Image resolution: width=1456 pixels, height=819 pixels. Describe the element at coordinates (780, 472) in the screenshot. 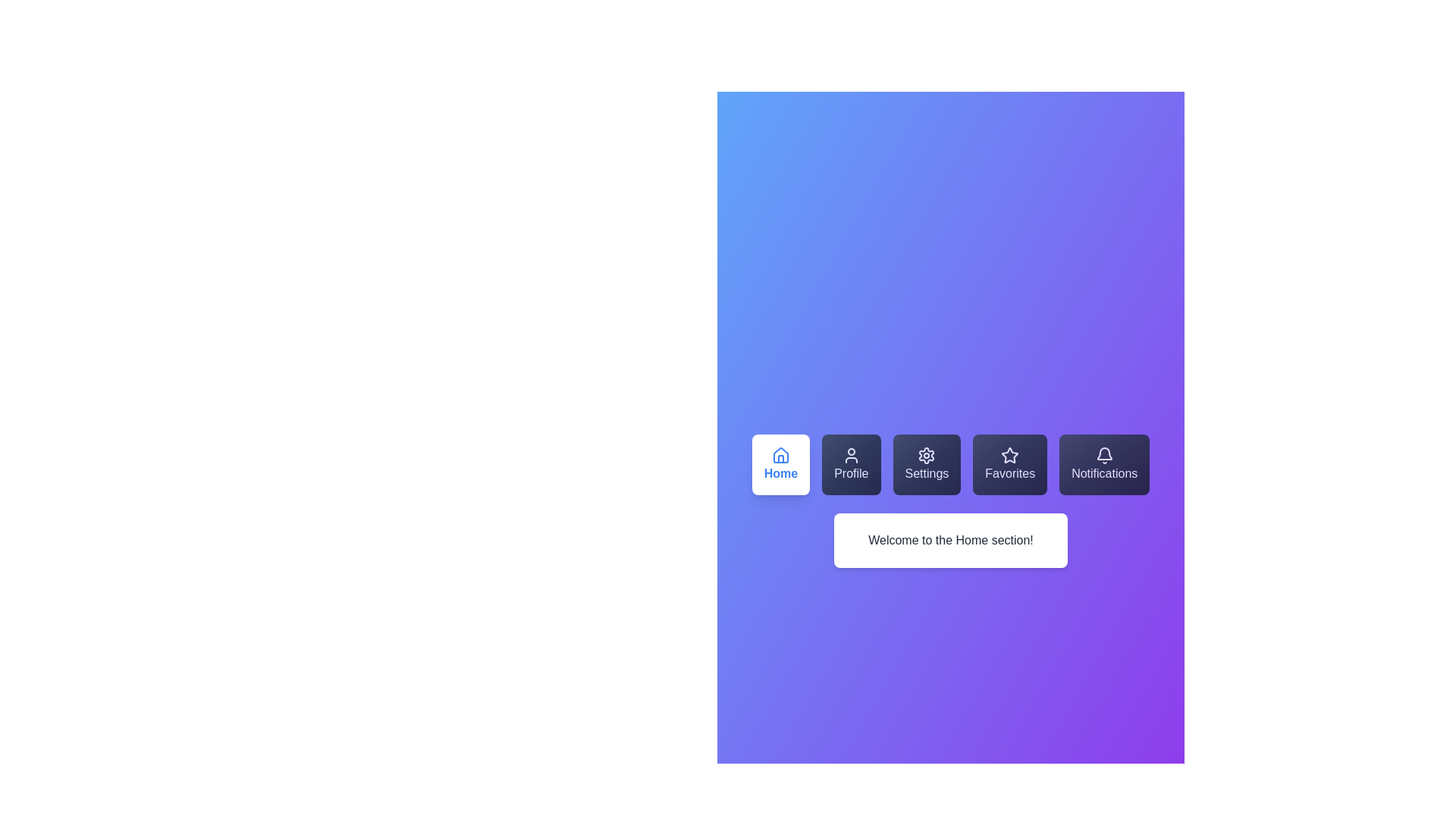

I see `the 'Home' button which contains the text label 'Home'` at that location.